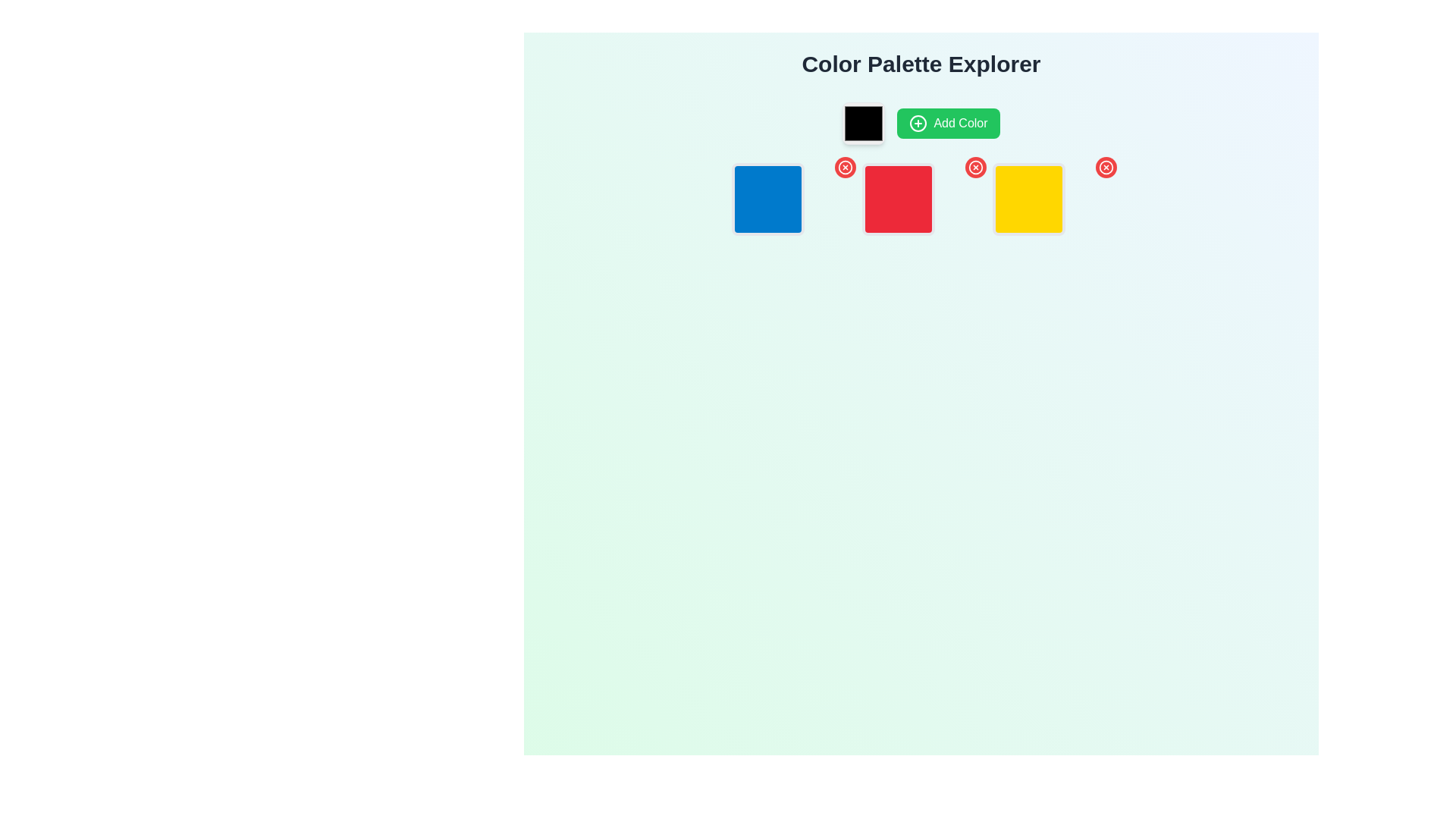  What do you see at coordinates (844, 167) in the screenshot?
I see `the circular red button with a white 'X' icon located in the top-right corner of the red square to change its background color slightly` at bounding box center [844, 167].